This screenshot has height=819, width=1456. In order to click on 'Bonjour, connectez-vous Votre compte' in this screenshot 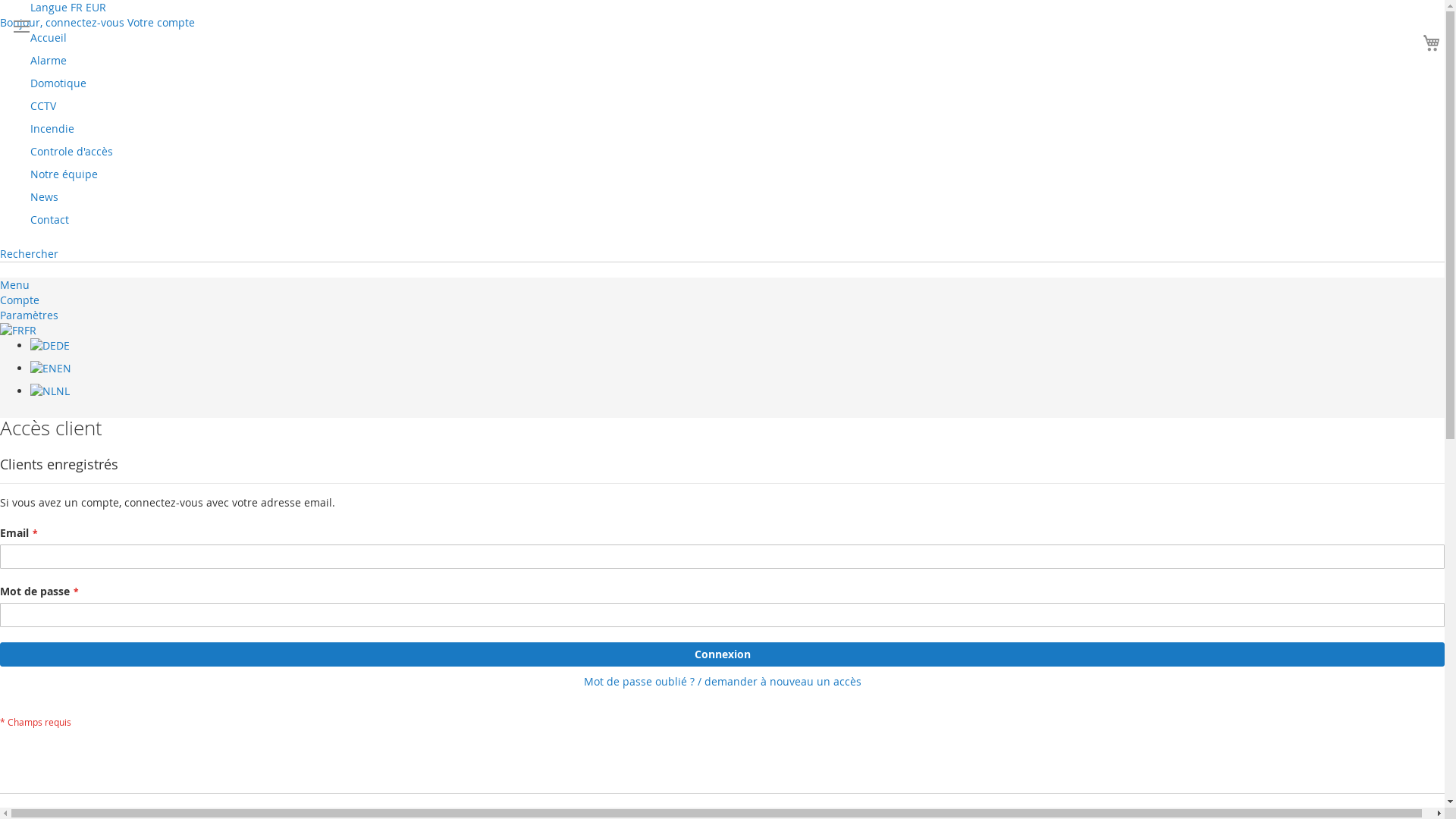, I will do `click(96, 22)`.